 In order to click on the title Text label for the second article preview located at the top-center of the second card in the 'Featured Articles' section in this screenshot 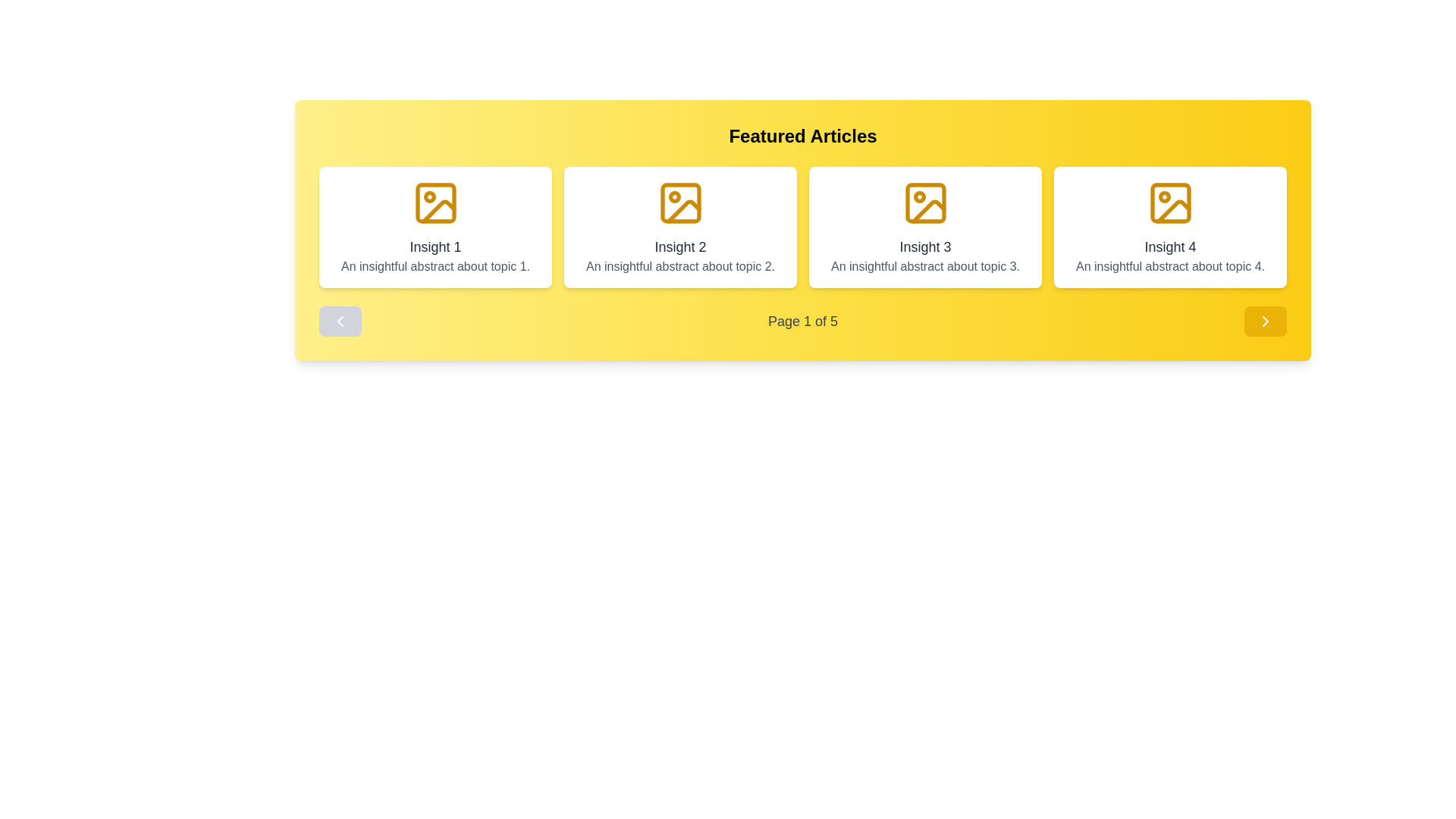, I will do `click(679, 246)`.